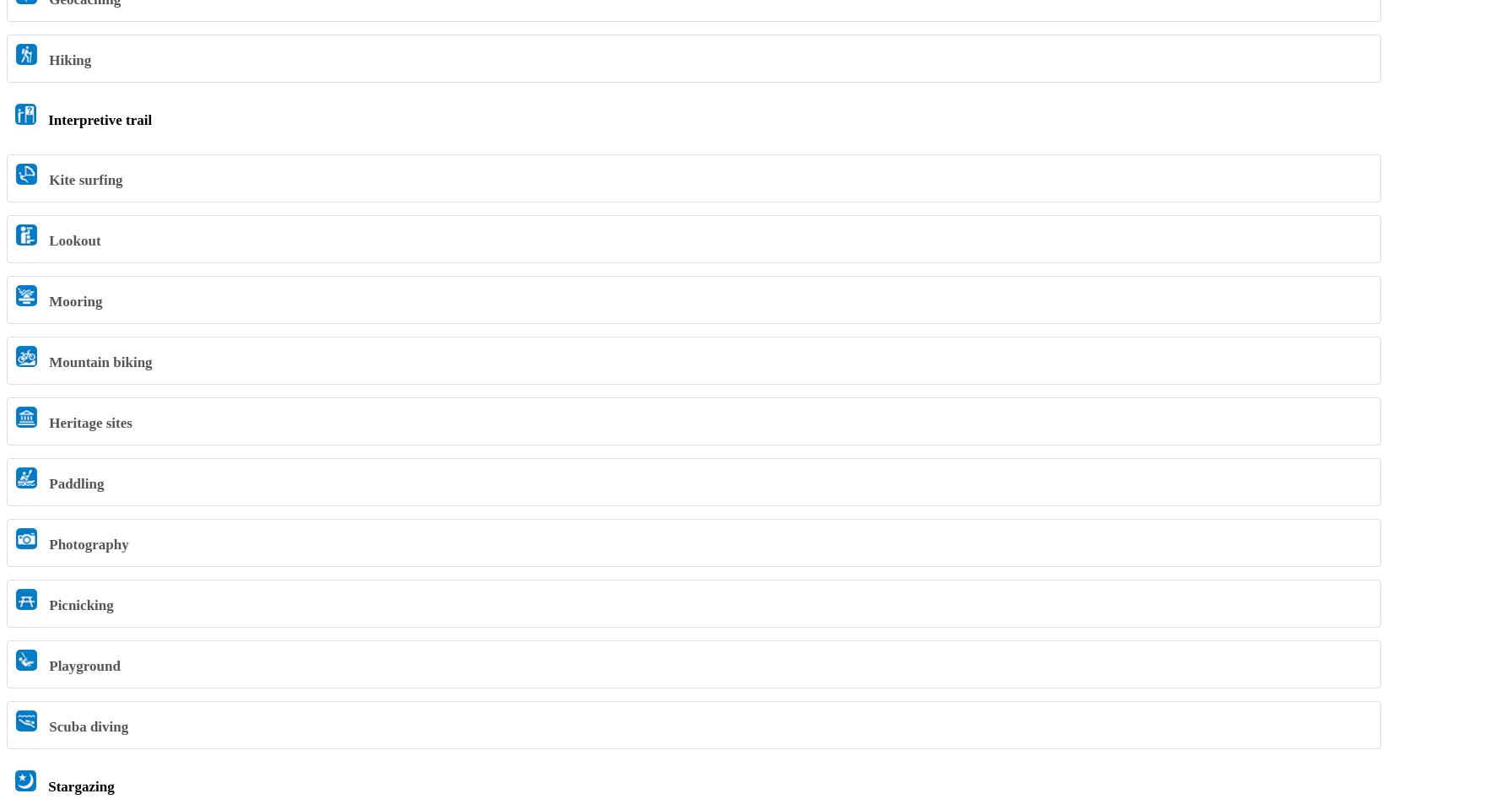 This screenshot has width=1512, height=799. What do you see at coordinates (79, 785) in the screenshot?
I see `'Stargazing'` at bounding box center [79, 785].